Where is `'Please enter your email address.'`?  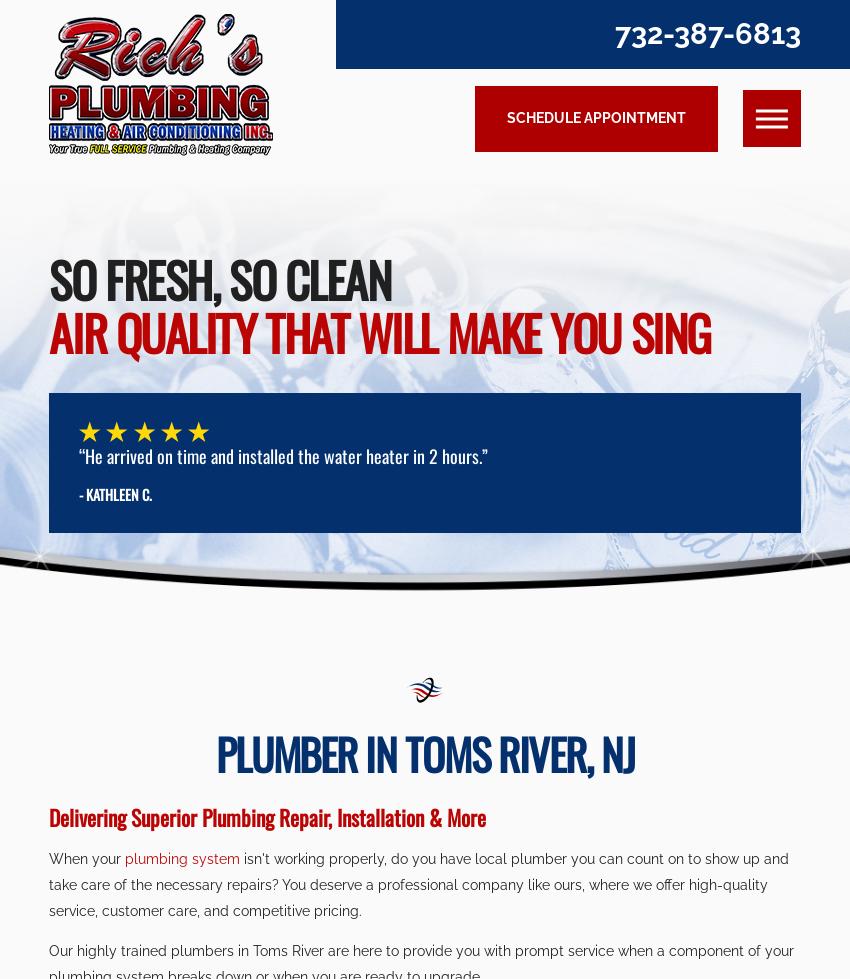
'Please enter your email address.' is located at coordinates (653, 251).